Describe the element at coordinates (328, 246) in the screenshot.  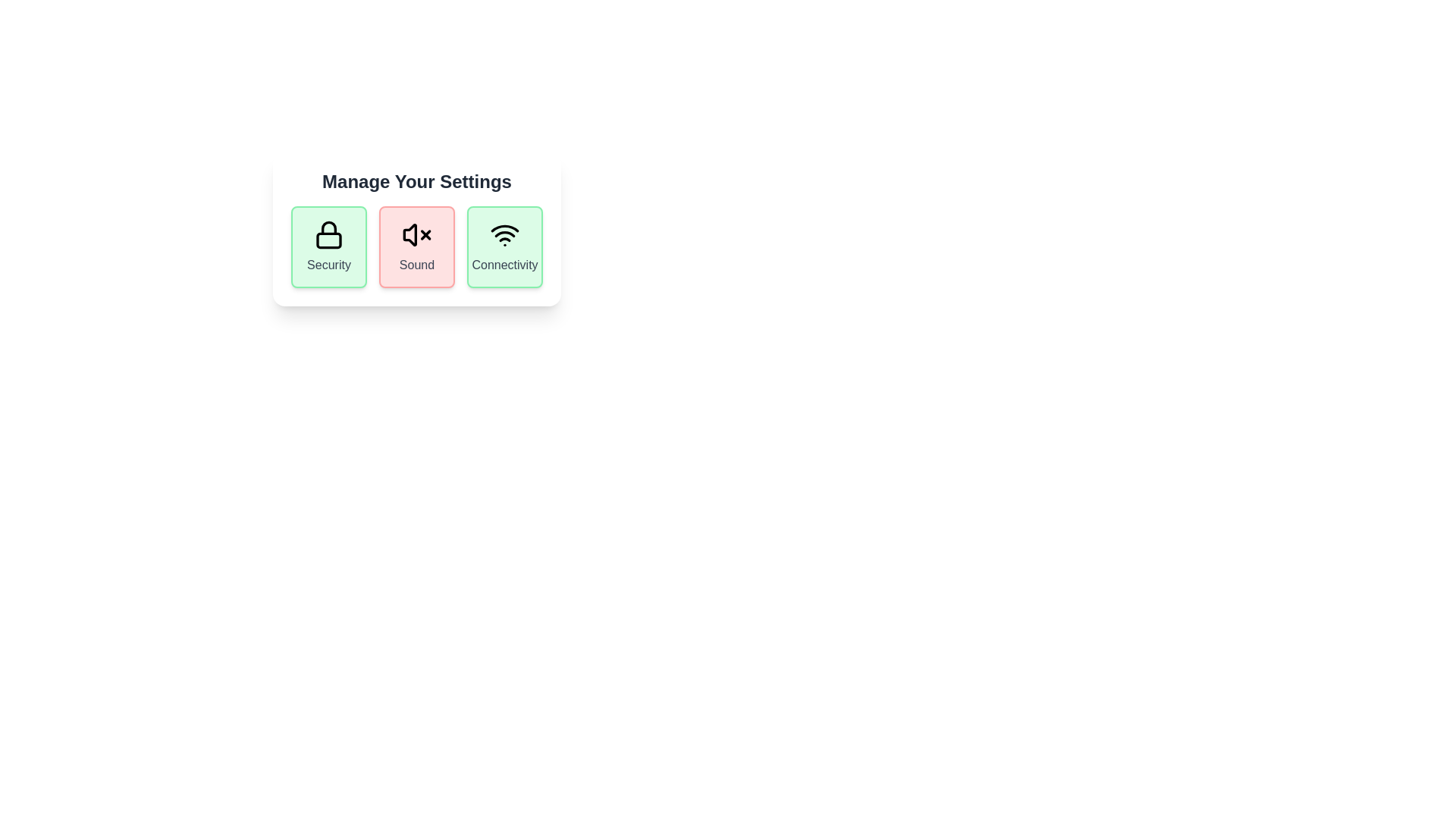
I see `the 'Security' button to toggle the setting` at that location.